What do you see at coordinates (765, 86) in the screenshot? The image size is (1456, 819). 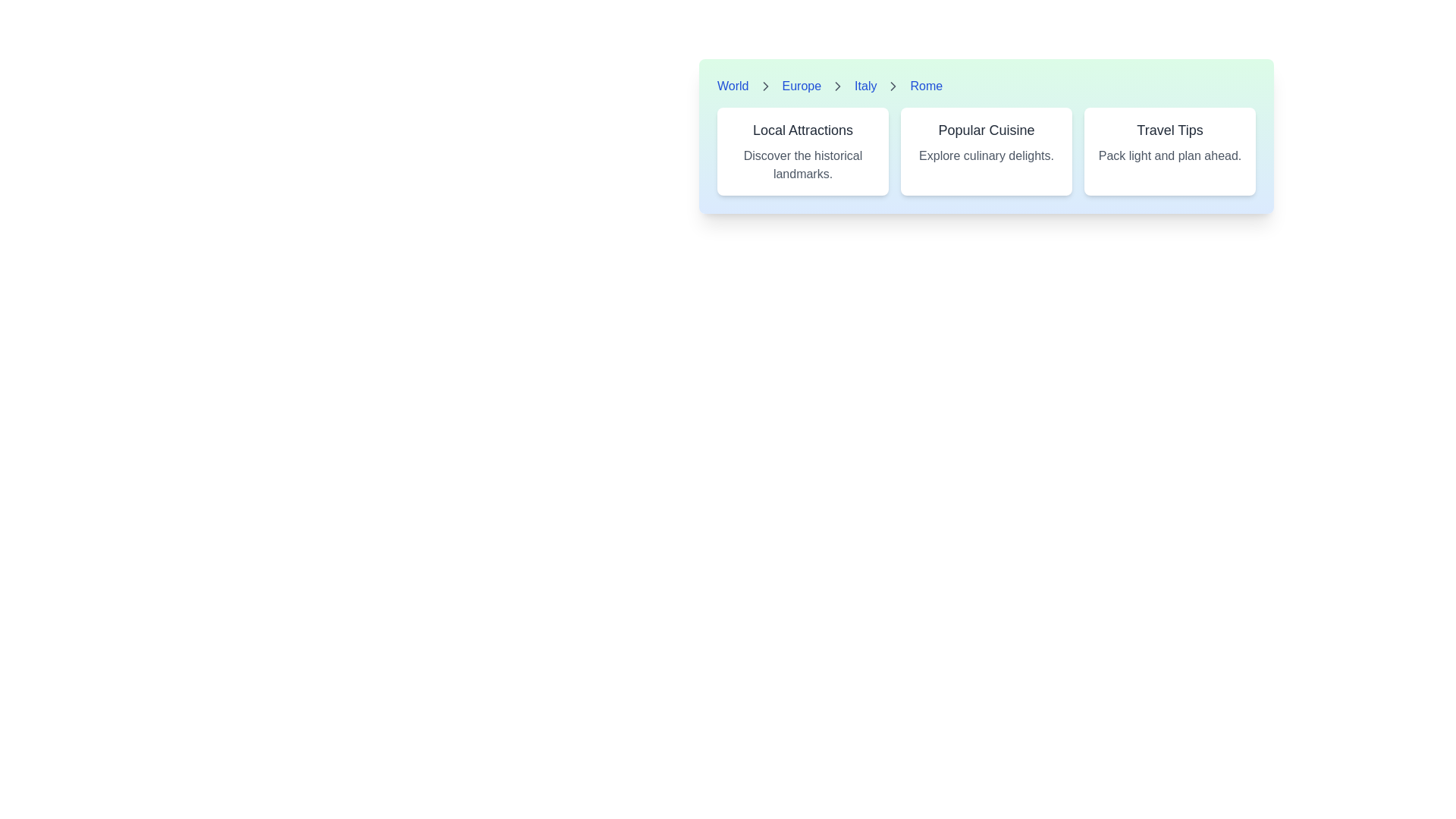 I see `the chevron arrow icon next to the breadcrumb item labeled 'Italy', which indicates hierarchical navigation` at bounding box center [765, 86].